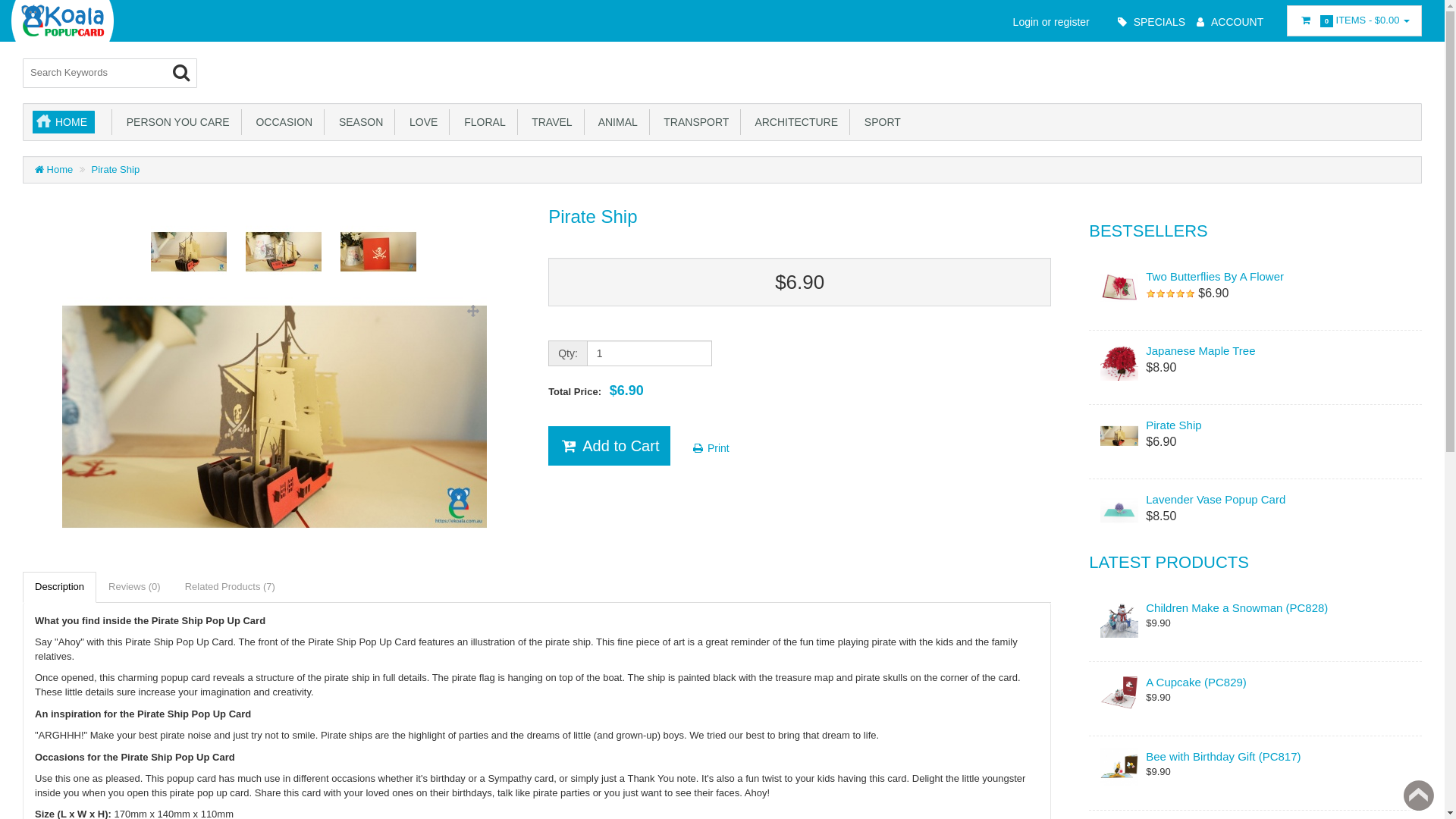 The width and height of the screenshot is (1456, 819). I want to click on 'Back to top', so click(1396, 795).